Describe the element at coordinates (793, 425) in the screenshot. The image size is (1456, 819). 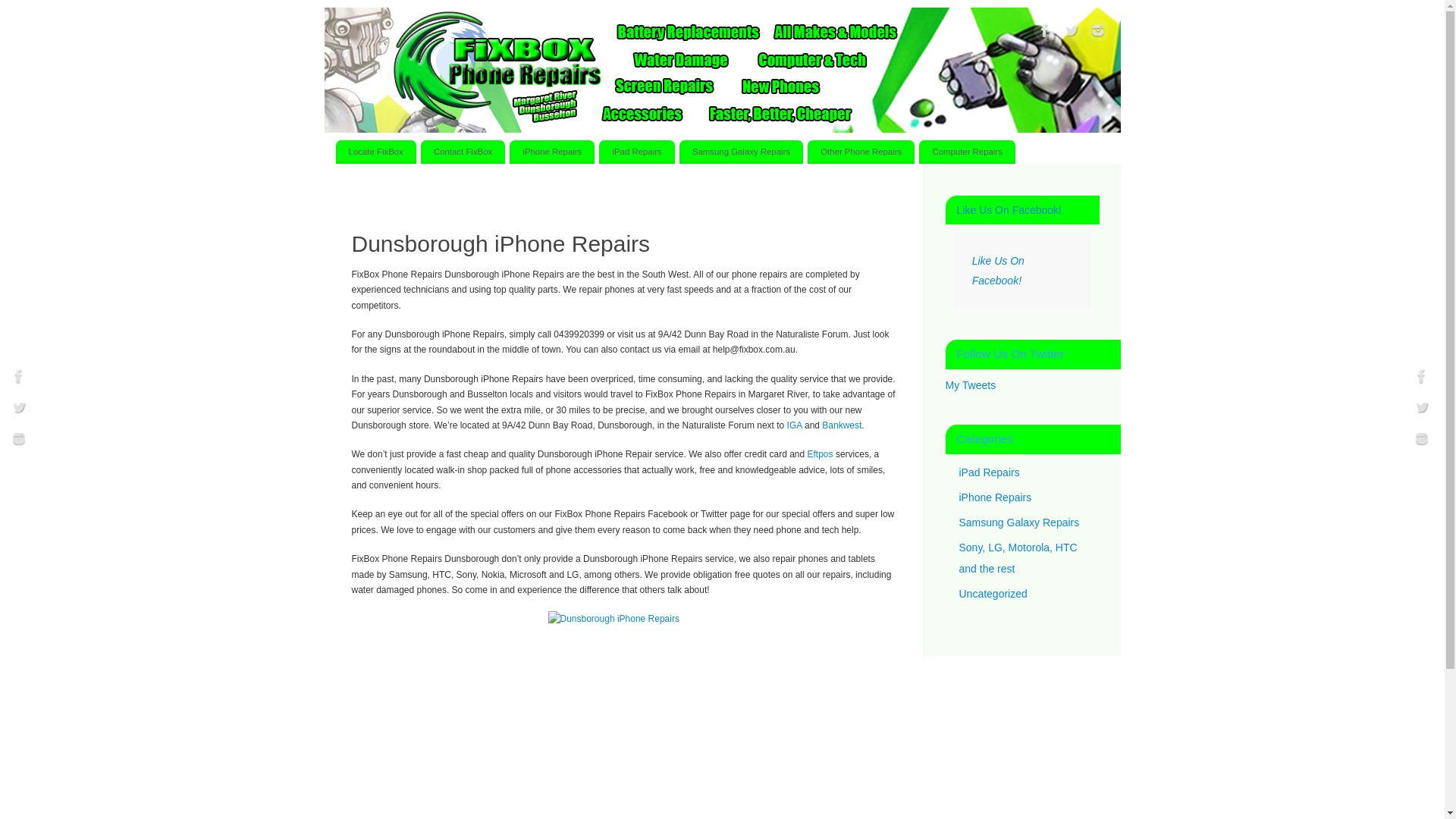
I see `'IGA'` at that location.